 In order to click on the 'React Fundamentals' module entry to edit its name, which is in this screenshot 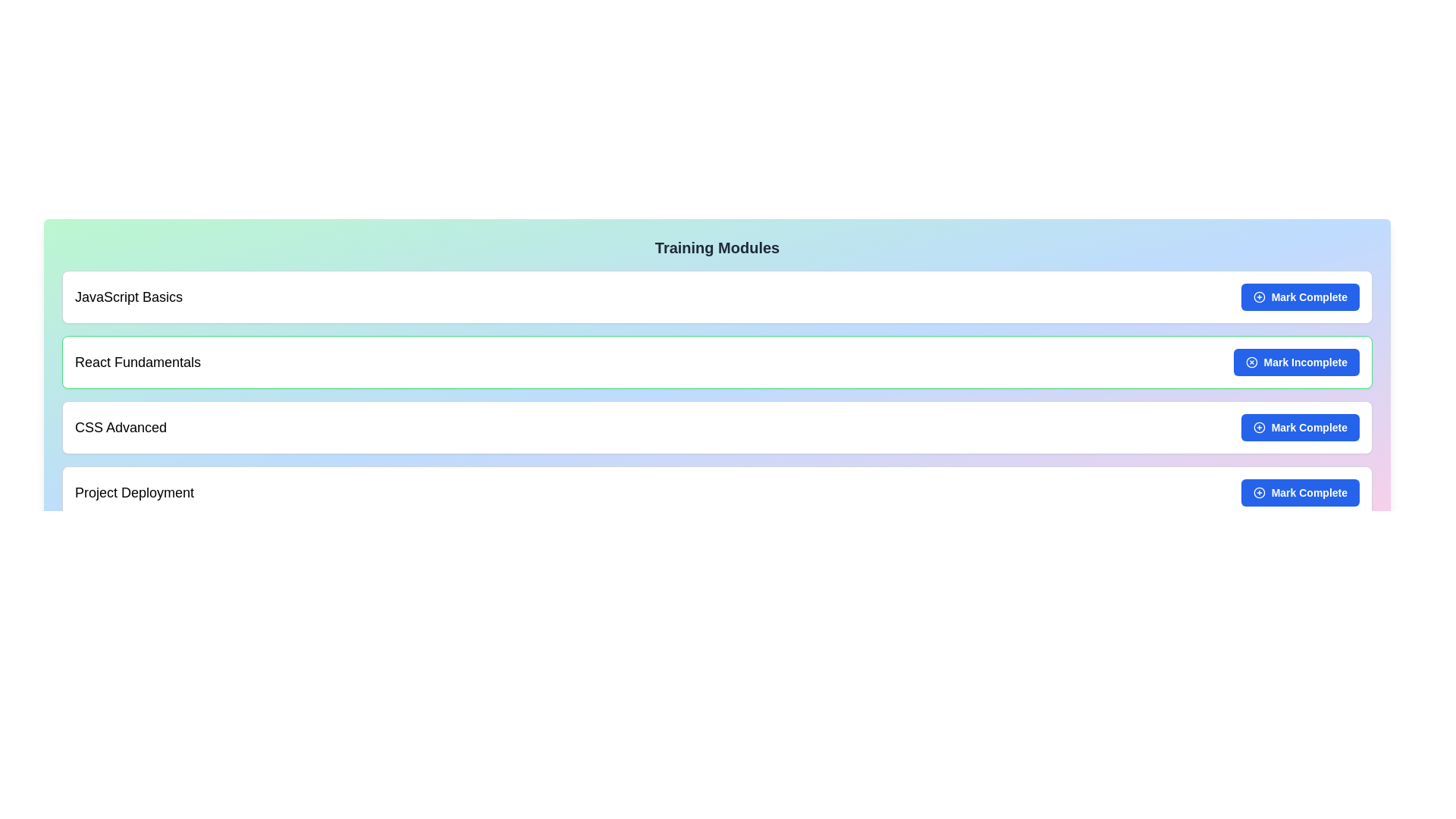, I will do `click(716, 362)`.